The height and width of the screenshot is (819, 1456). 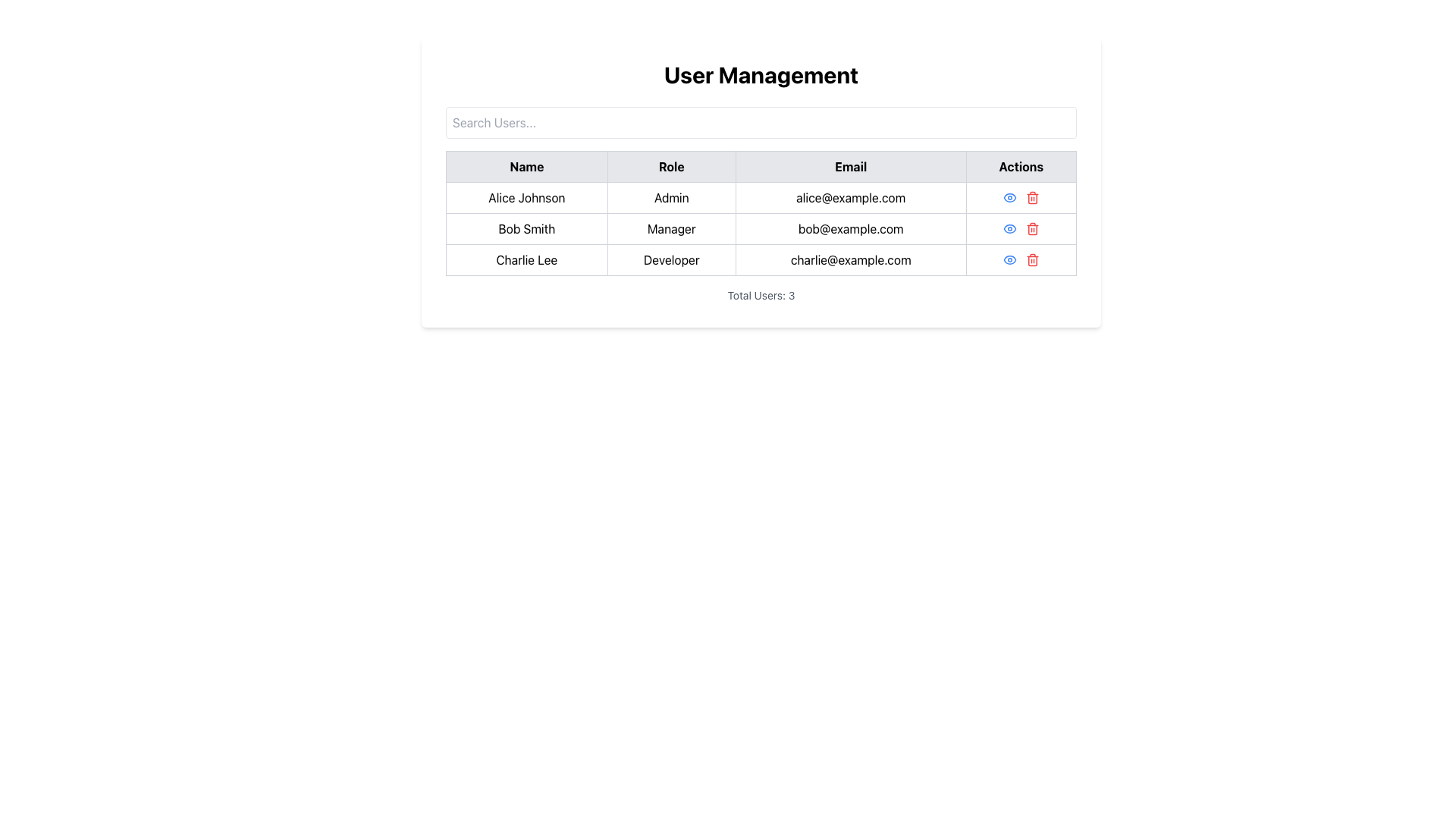 What do you see at coordinates (1021, 228) in the screenshot?
I see `the group of interactive icons` at bounding box center [1021, 228].